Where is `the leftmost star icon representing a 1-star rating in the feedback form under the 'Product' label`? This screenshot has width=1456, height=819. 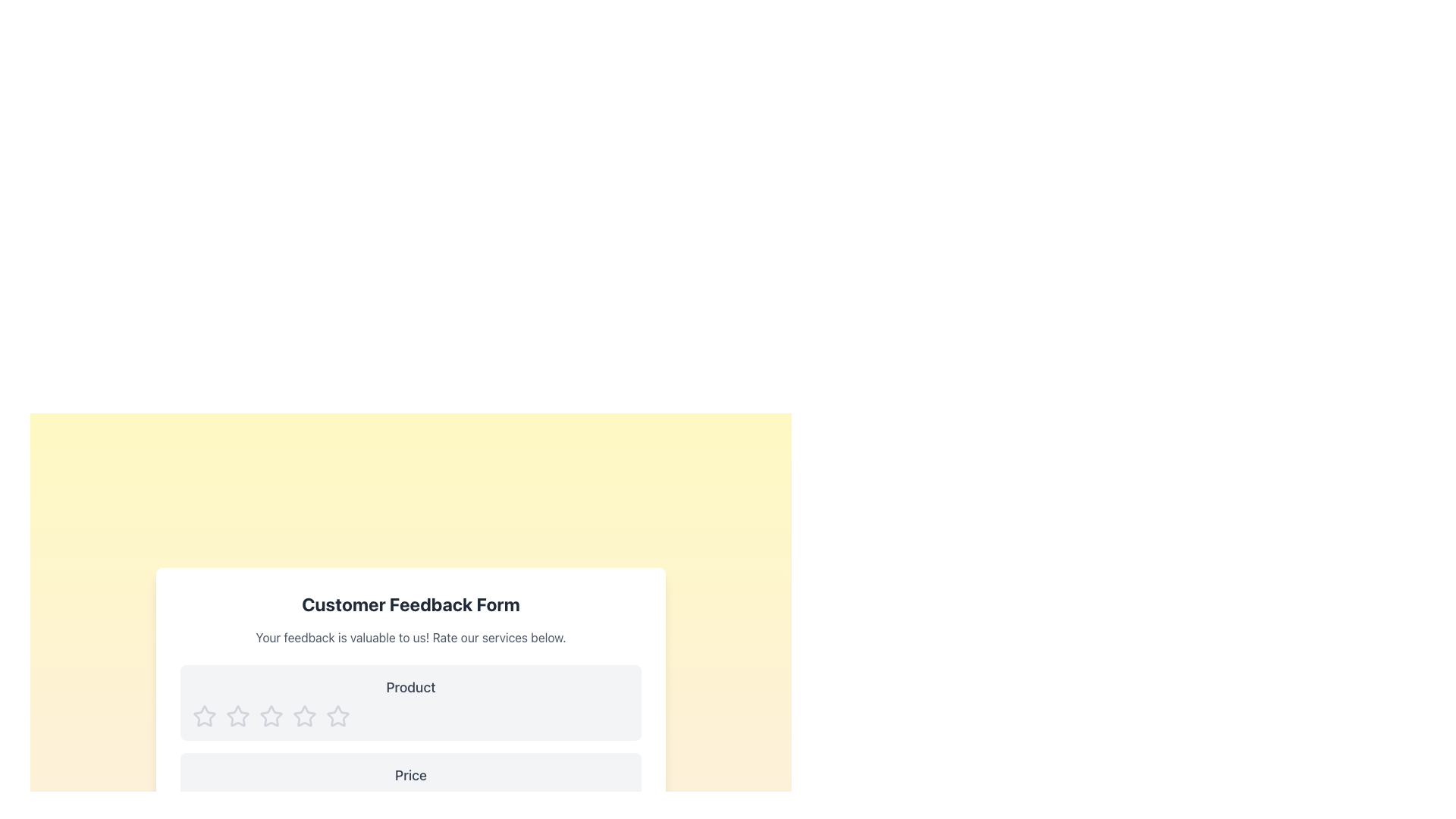 the leftmost star icon representing a 1-star rating in the feedback form under the 'Product' label is located at coordinates (237, 716).